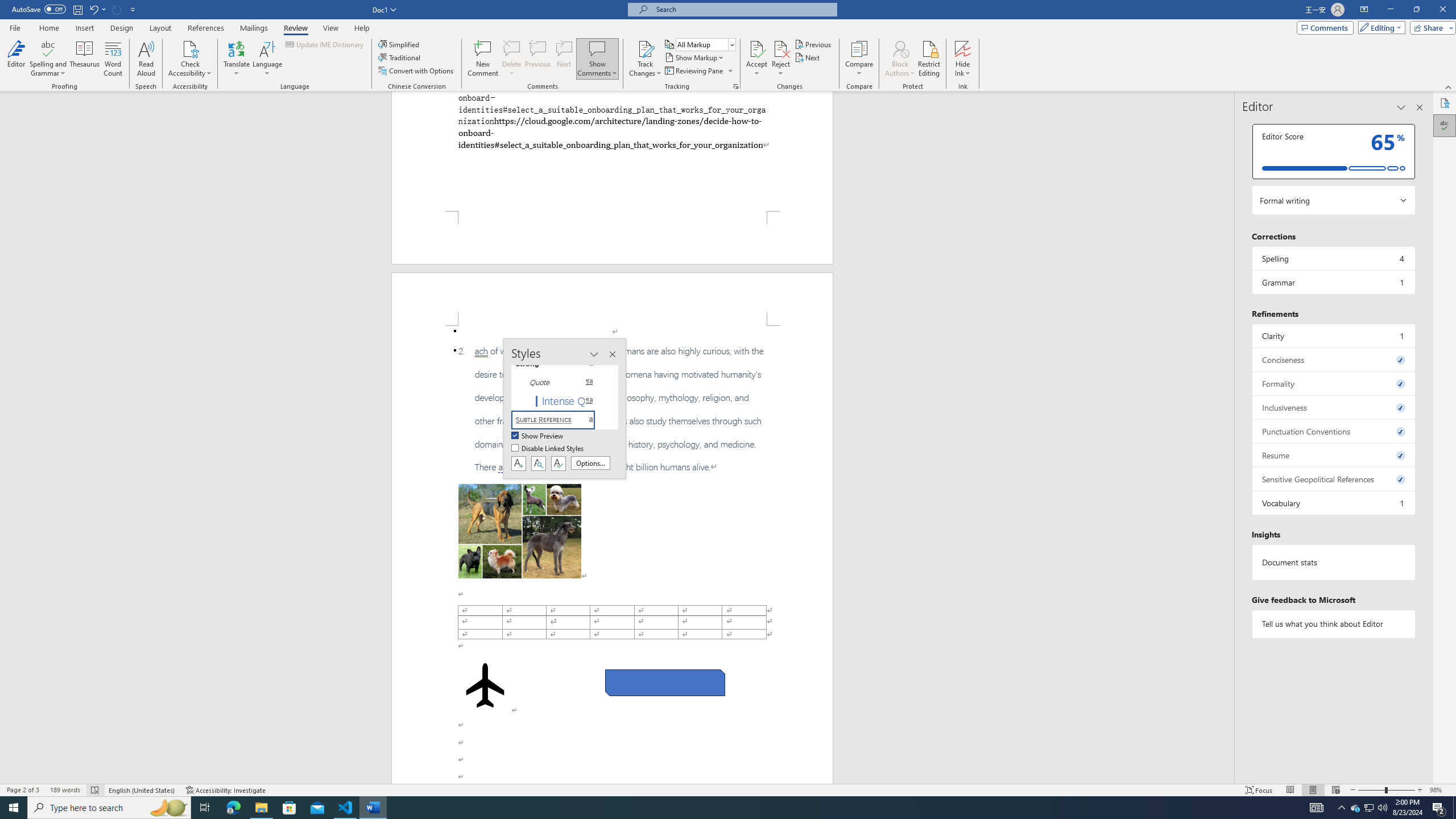 This screenshot has height=819, width=1456. What do you see at coordinates (694, 69) in the screenshot?
I see `'Reviewing Pane'` at bounding box center [694, 69].